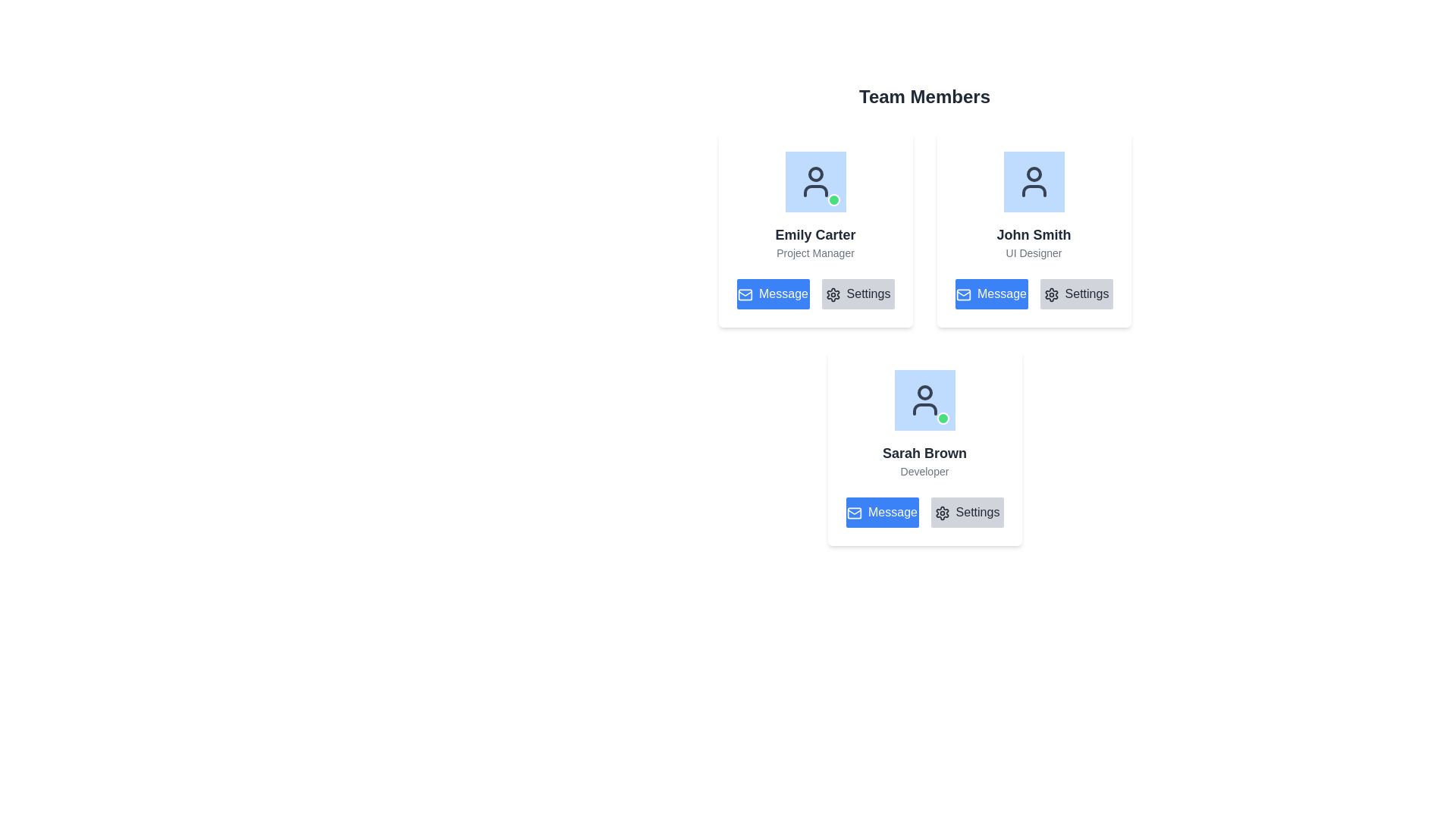 This screenshot has height=819, width=1456. What do you see at coordinates (1033, 174) in the screenshot?
I see `the Circle visual marker in the user card for 'John Smith, UI Designer', located at the top-center of the card, which represents the user profile` at bounding box center [1033, 174].